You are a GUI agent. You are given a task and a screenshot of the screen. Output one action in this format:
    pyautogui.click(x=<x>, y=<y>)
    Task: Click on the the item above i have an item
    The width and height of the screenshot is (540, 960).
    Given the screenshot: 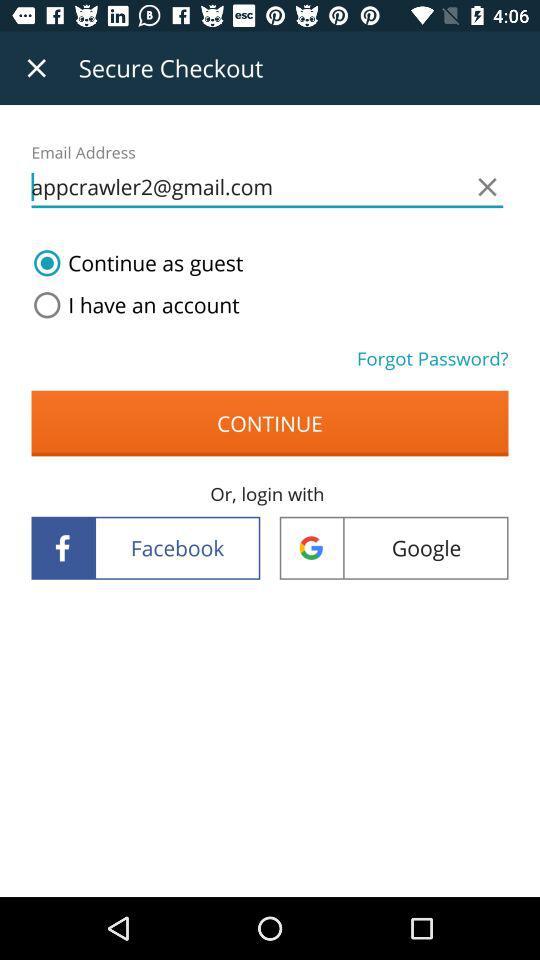 What is the action you would take?
    pyautogui.click(x=134, y=262)
    